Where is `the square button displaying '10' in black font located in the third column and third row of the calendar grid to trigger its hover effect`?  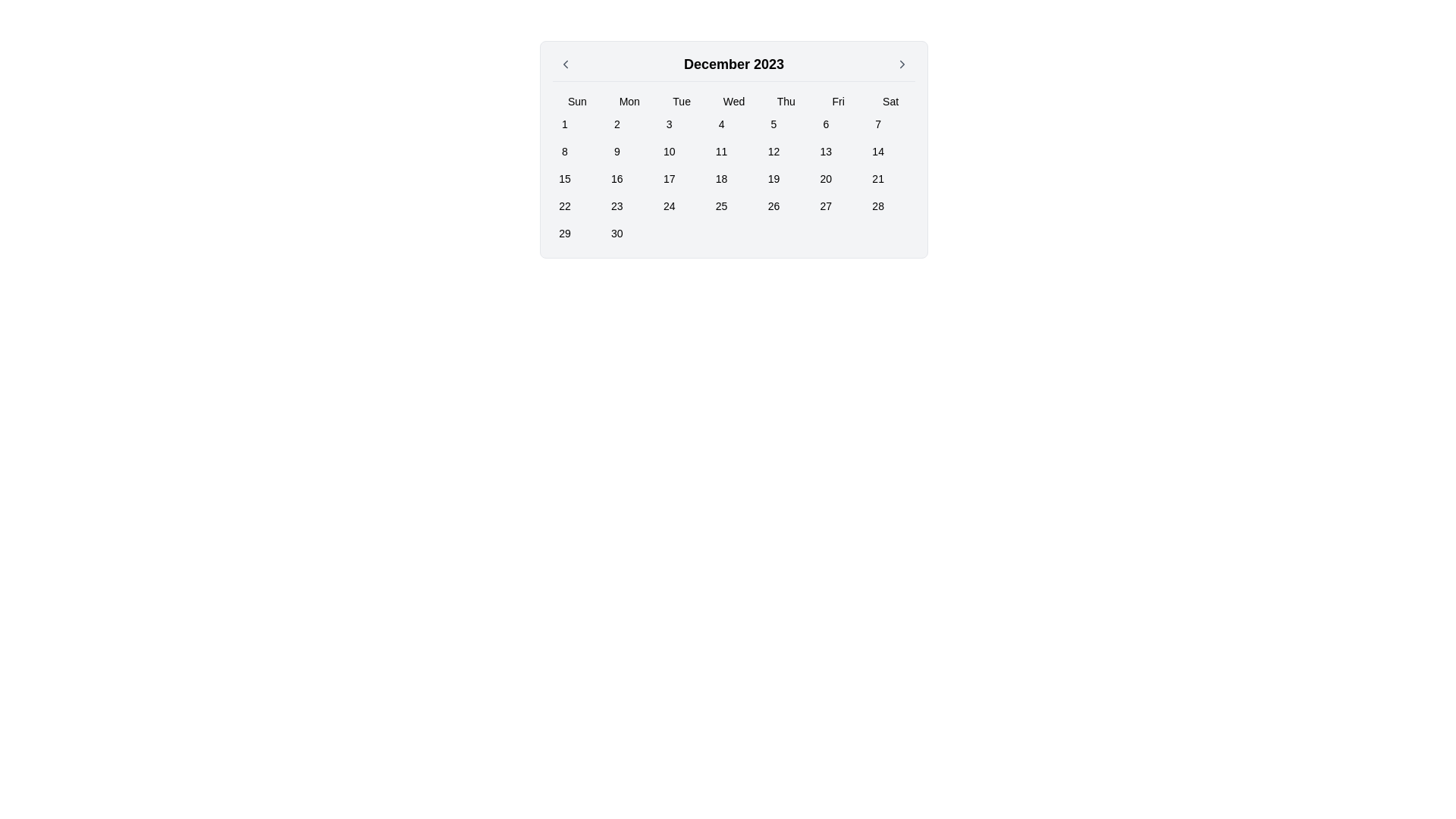
the square button displaying '10' in black font located in the third column and third row of the calendar grid to trigger its hover effect is located at coordinates (668, 152).